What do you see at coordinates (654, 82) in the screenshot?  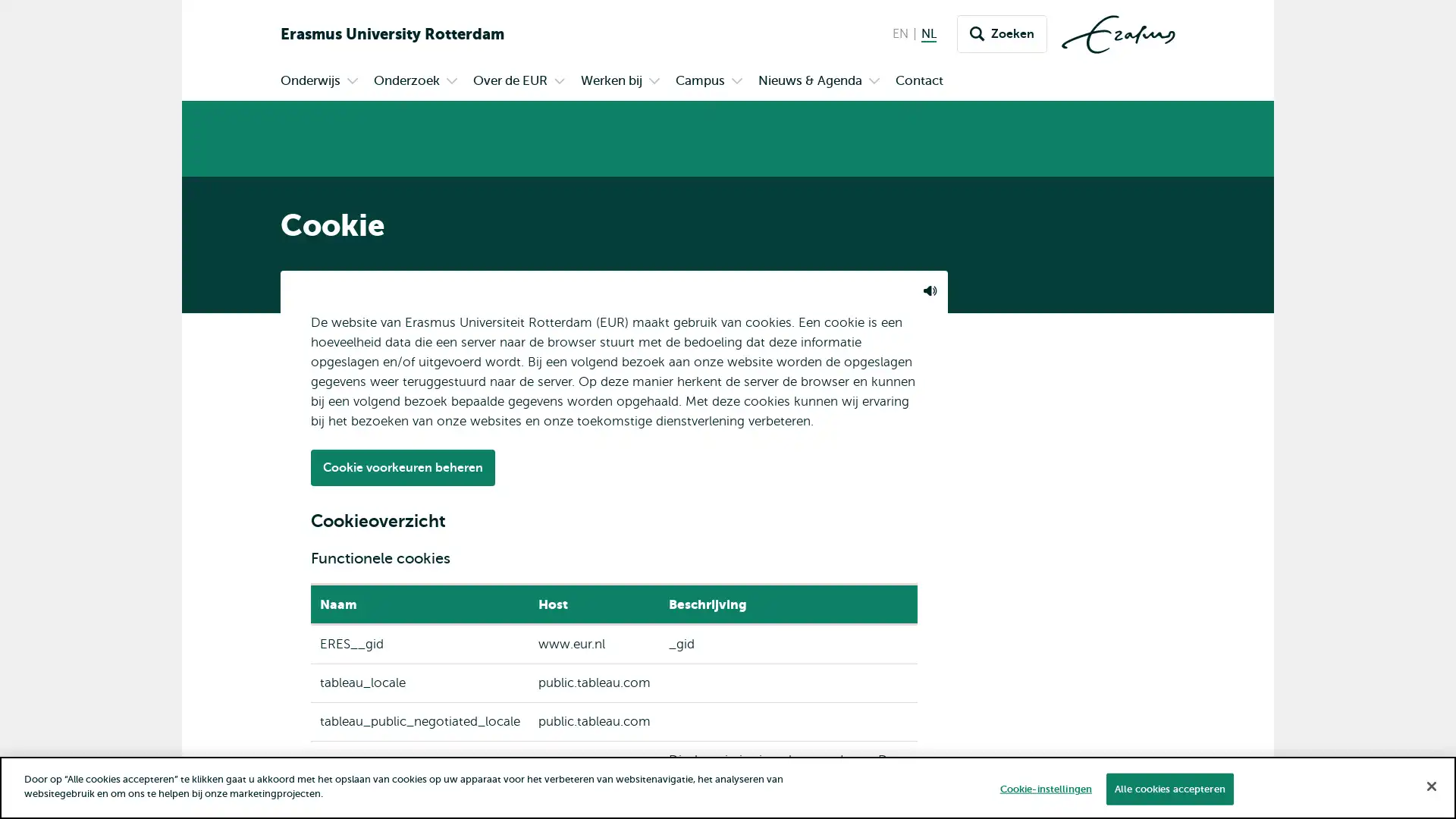 I see `Open submenu` at bounding box center [654, 82].